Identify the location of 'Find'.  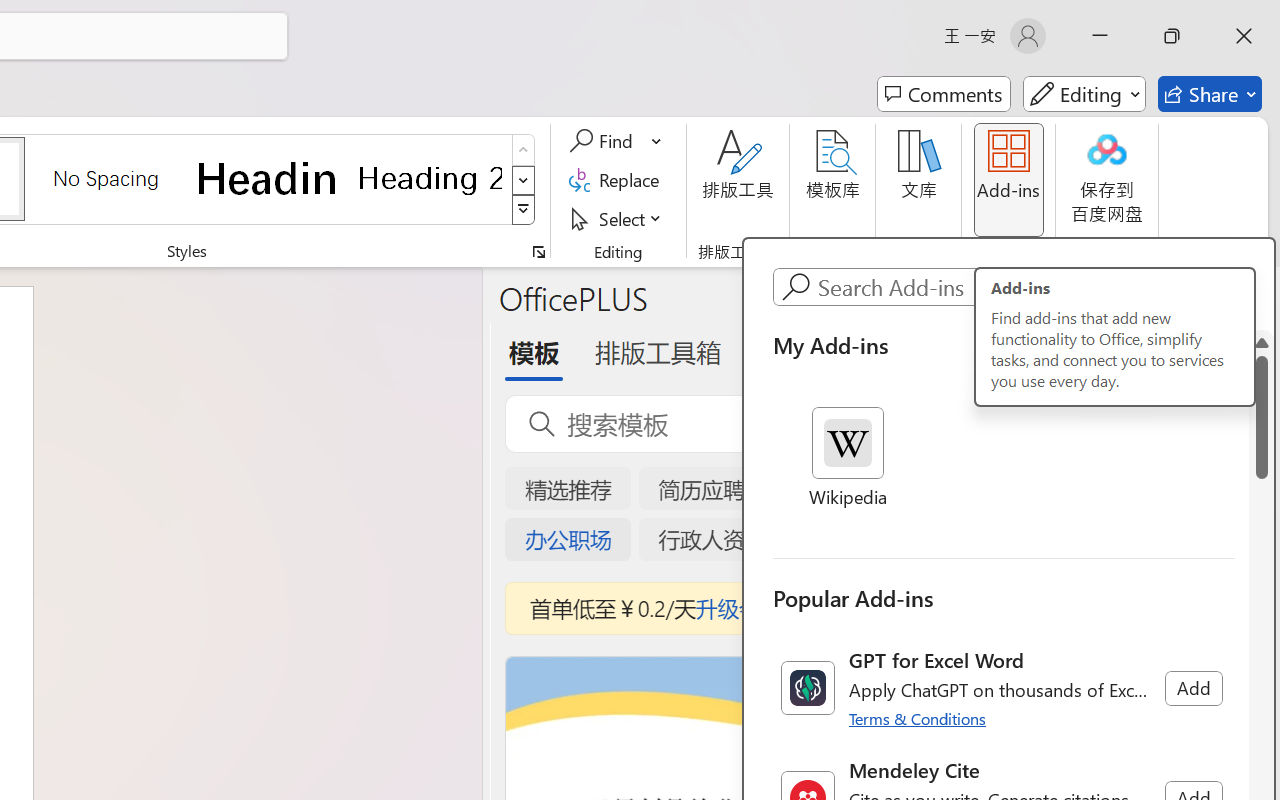
(615, 141).